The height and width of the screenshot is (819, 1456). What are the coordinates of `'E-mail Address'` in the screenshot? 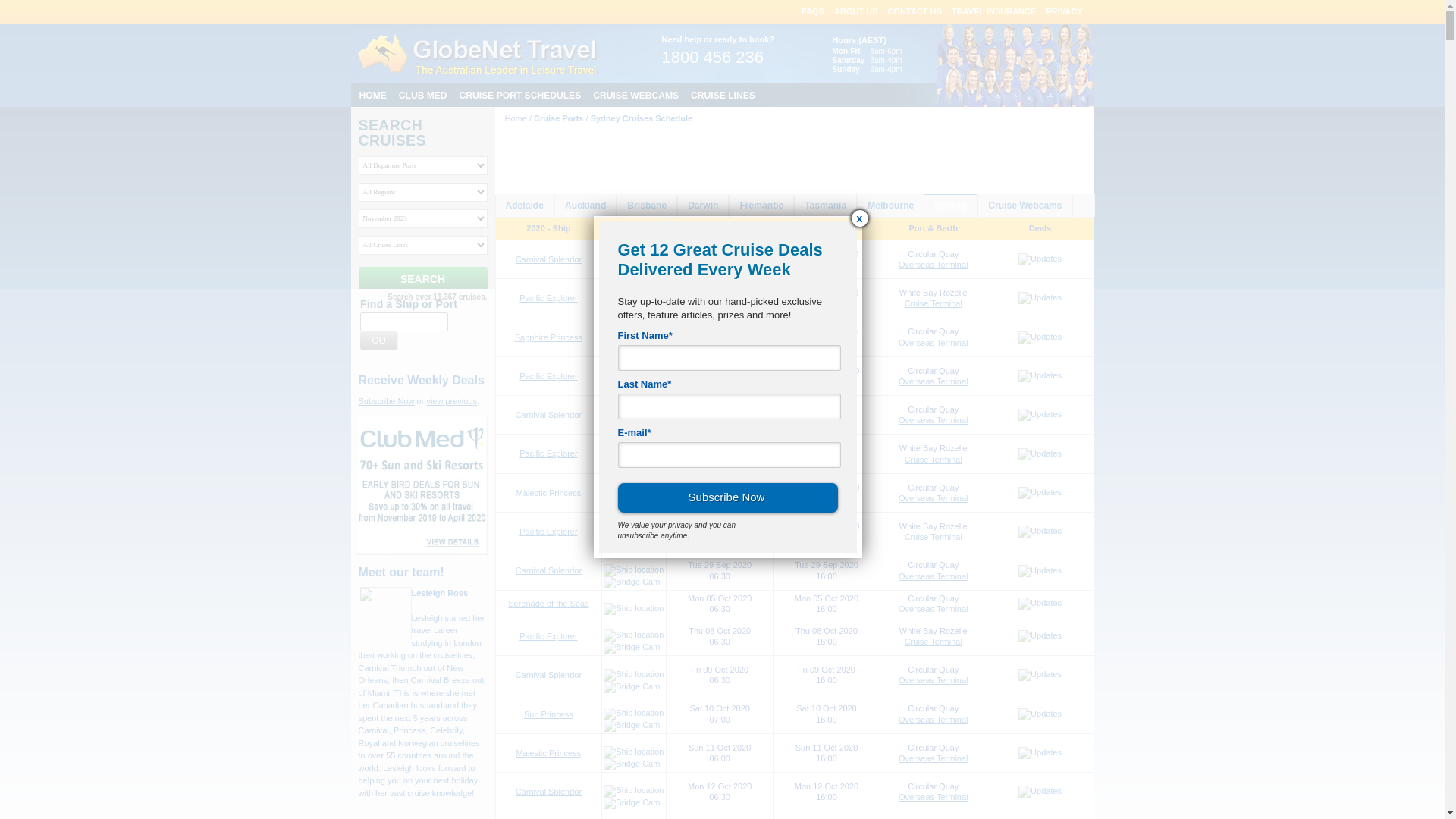 It's located at (728, 454).